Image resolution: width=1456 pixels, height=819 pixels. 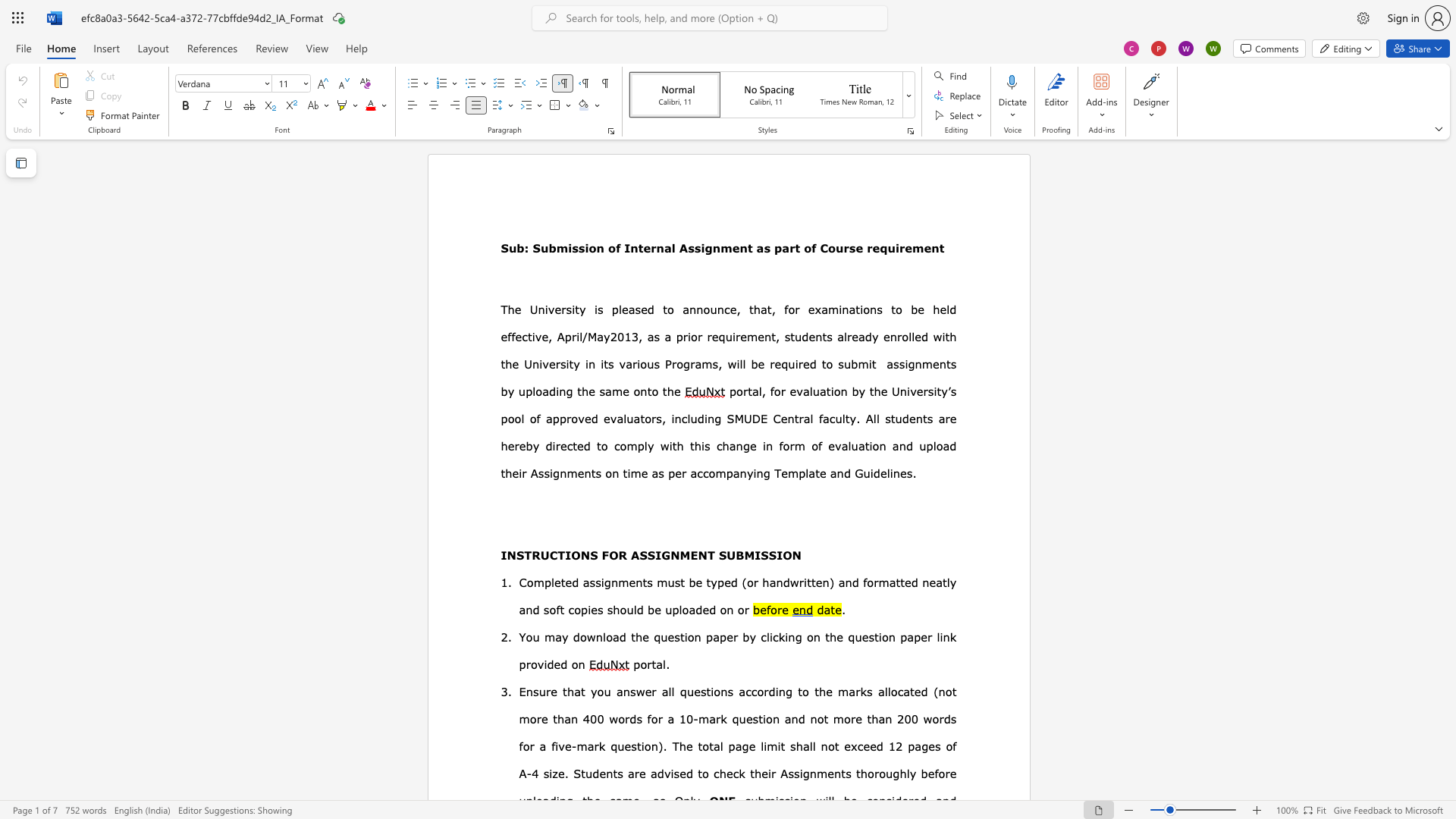 I want to click on the 1th character "r" in the text, so click(x=772, y=363).